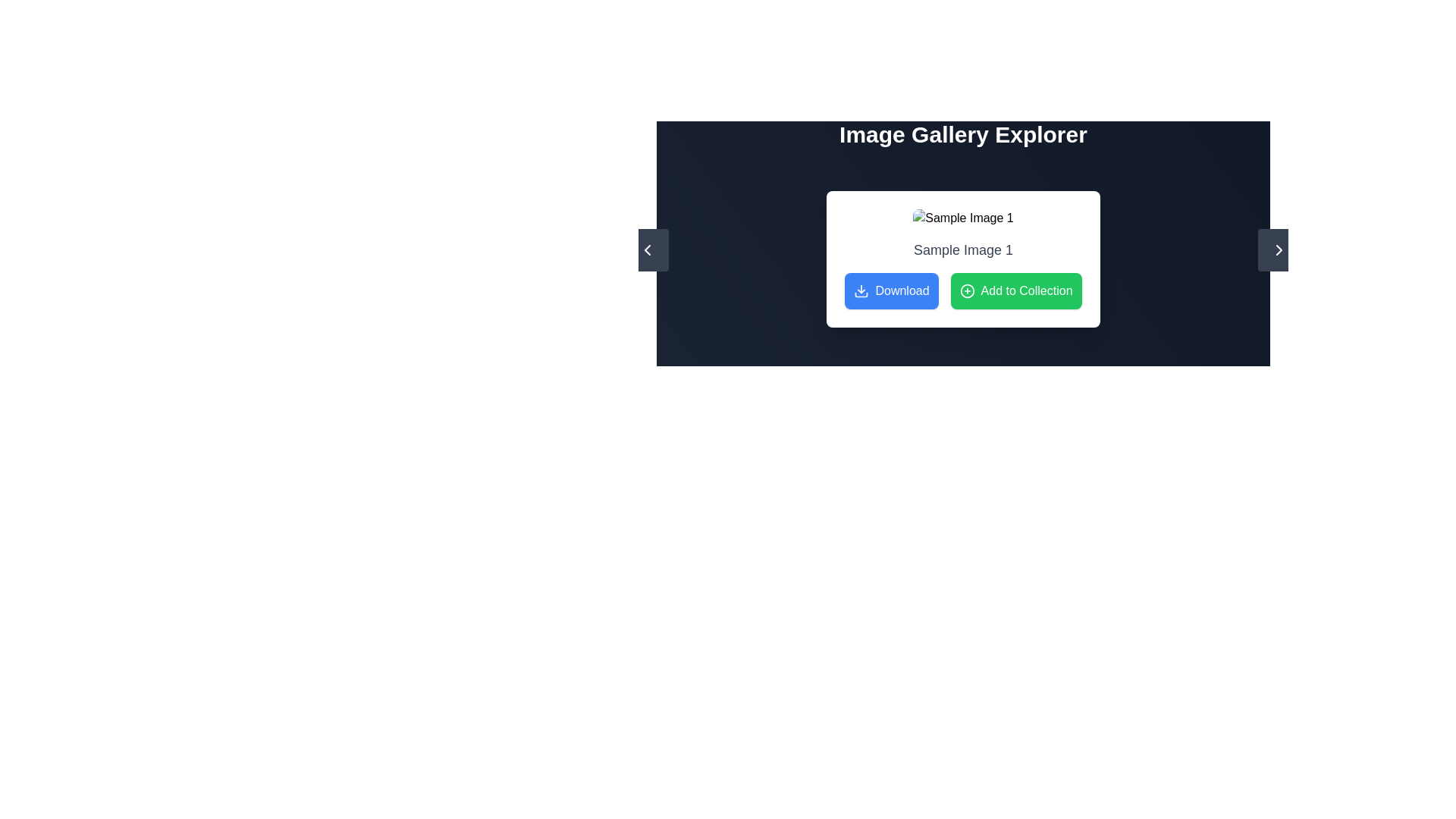  What do you see at coordinates (861, 291) in the screenshot?
I see `the 'Download' button that contains a download icon styled with a downward arrow and a blue background` at bounding box center [861, 291].